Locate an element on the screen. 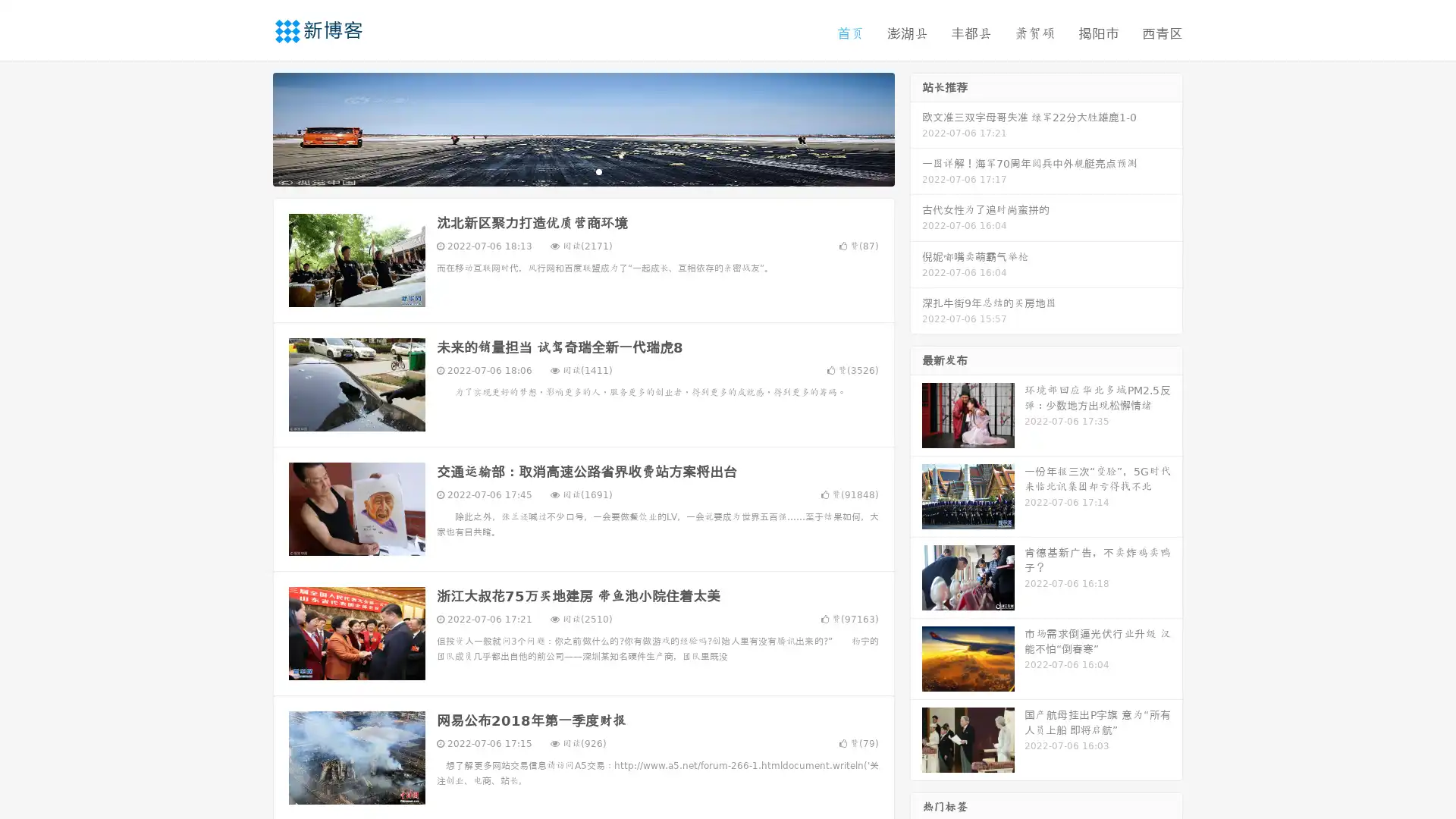 This screenshot has height=819, width=1456. Go to slide 3 is located at coordinates (598, 171).